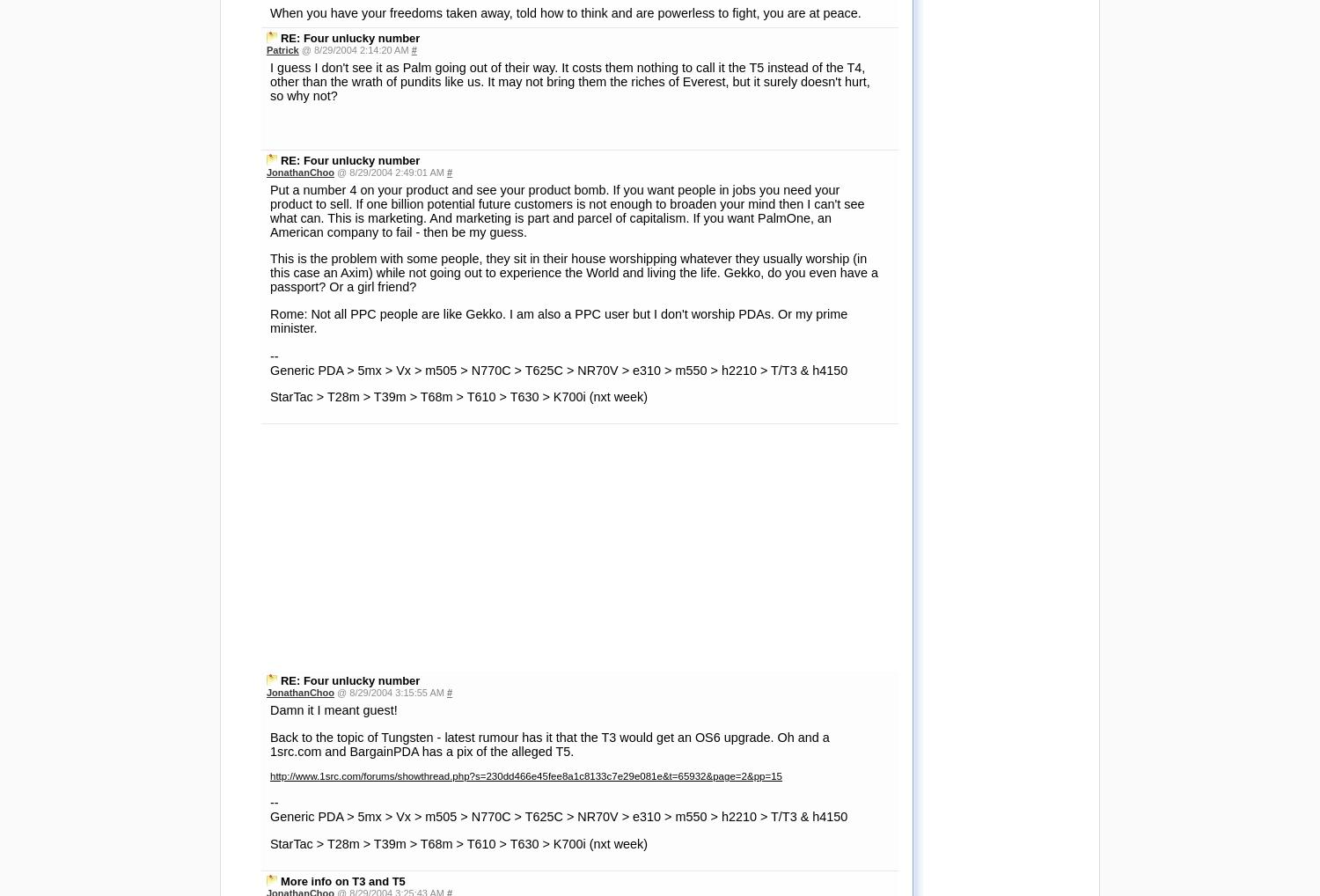  Describe the element at coordinates (342, 387) in the screenshot. I see `'More info on T3 and T5'` at that location.